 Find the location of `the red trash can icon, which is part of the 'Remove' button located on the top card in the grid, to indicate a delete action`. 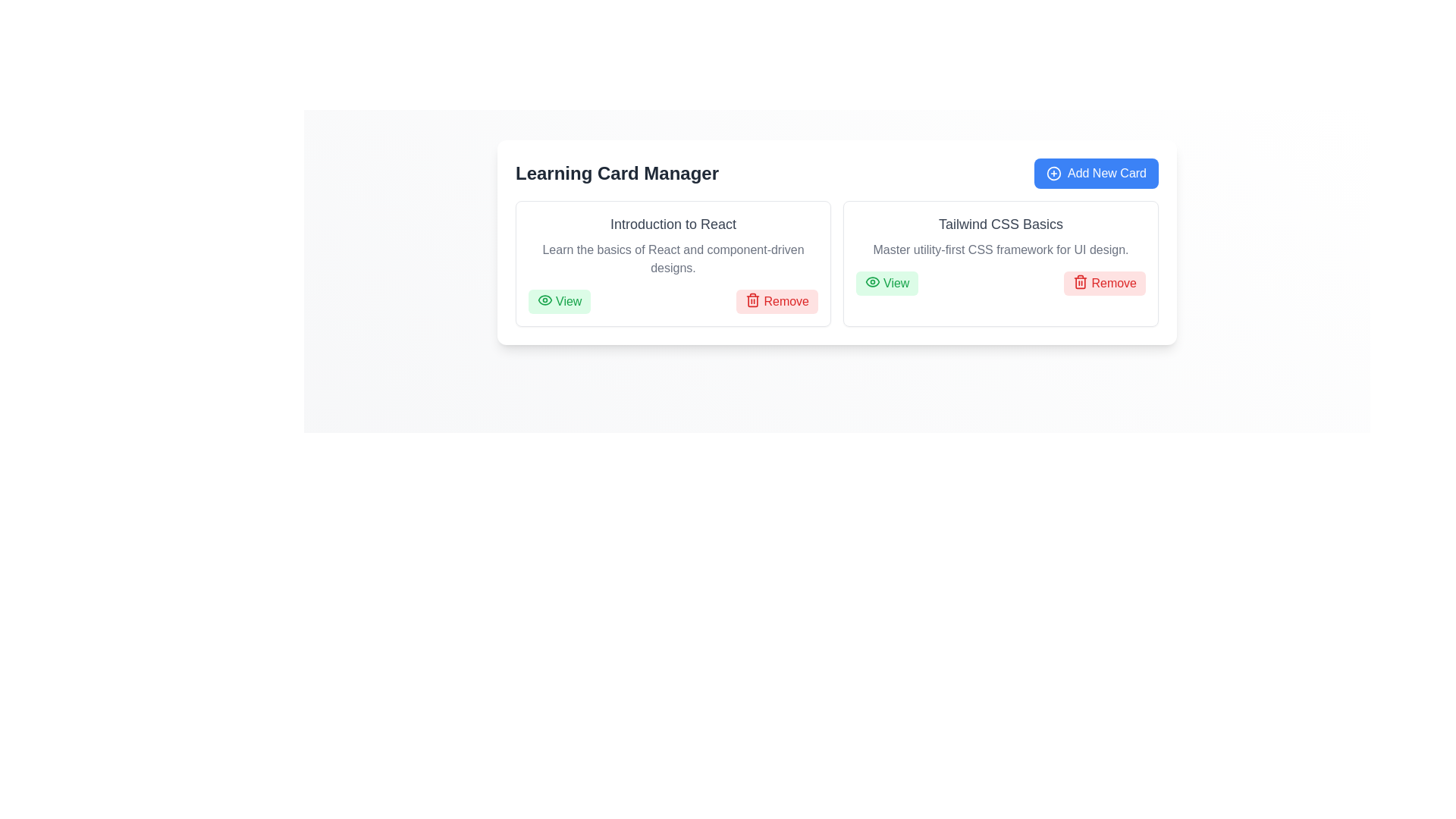

the red trash can icon, which is part of the 'Remove' button located on the top card in the grid, to indicate a delete action is located at coordinates (753, 300).